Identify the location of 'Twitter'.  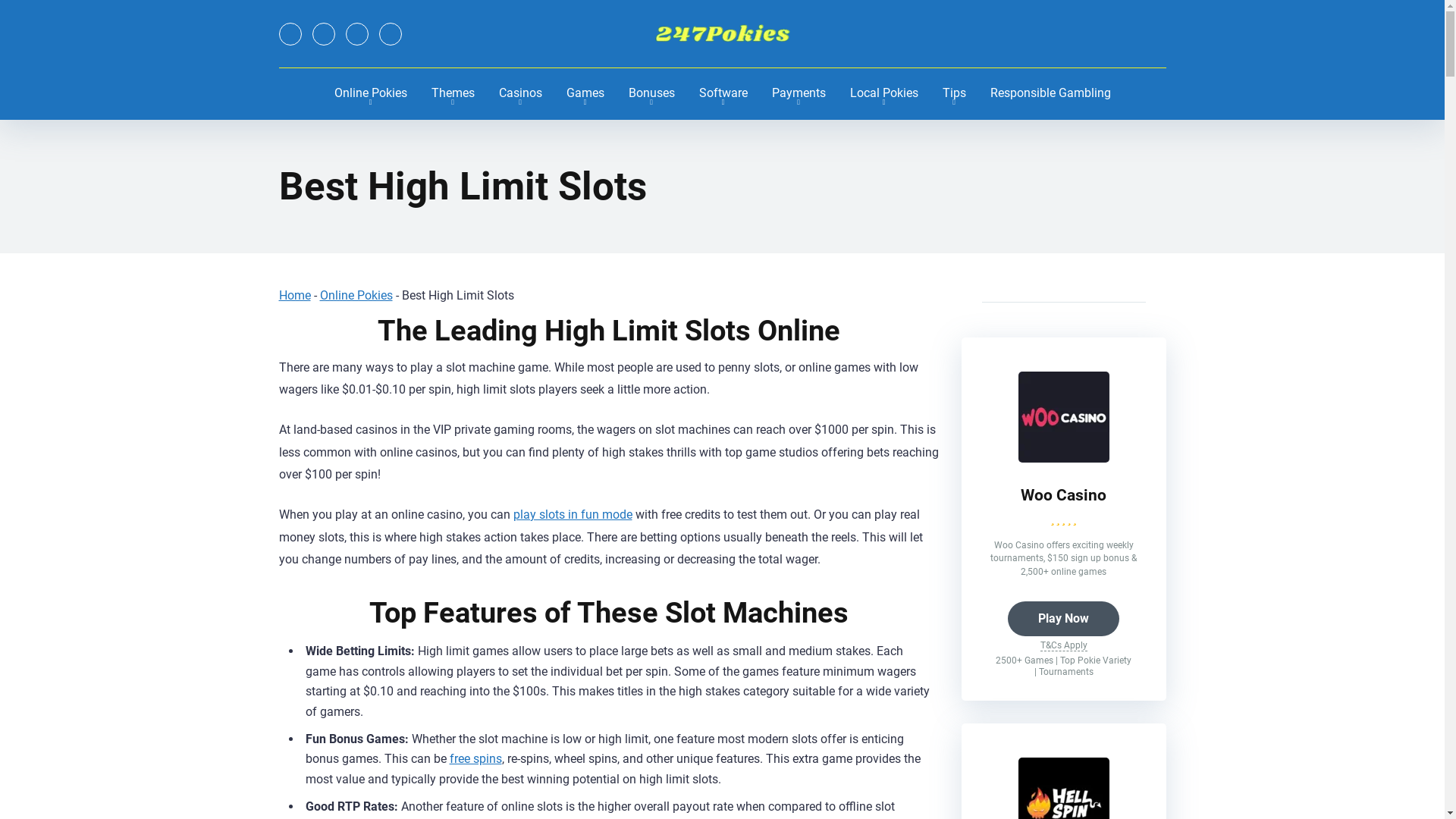
(279, 34).